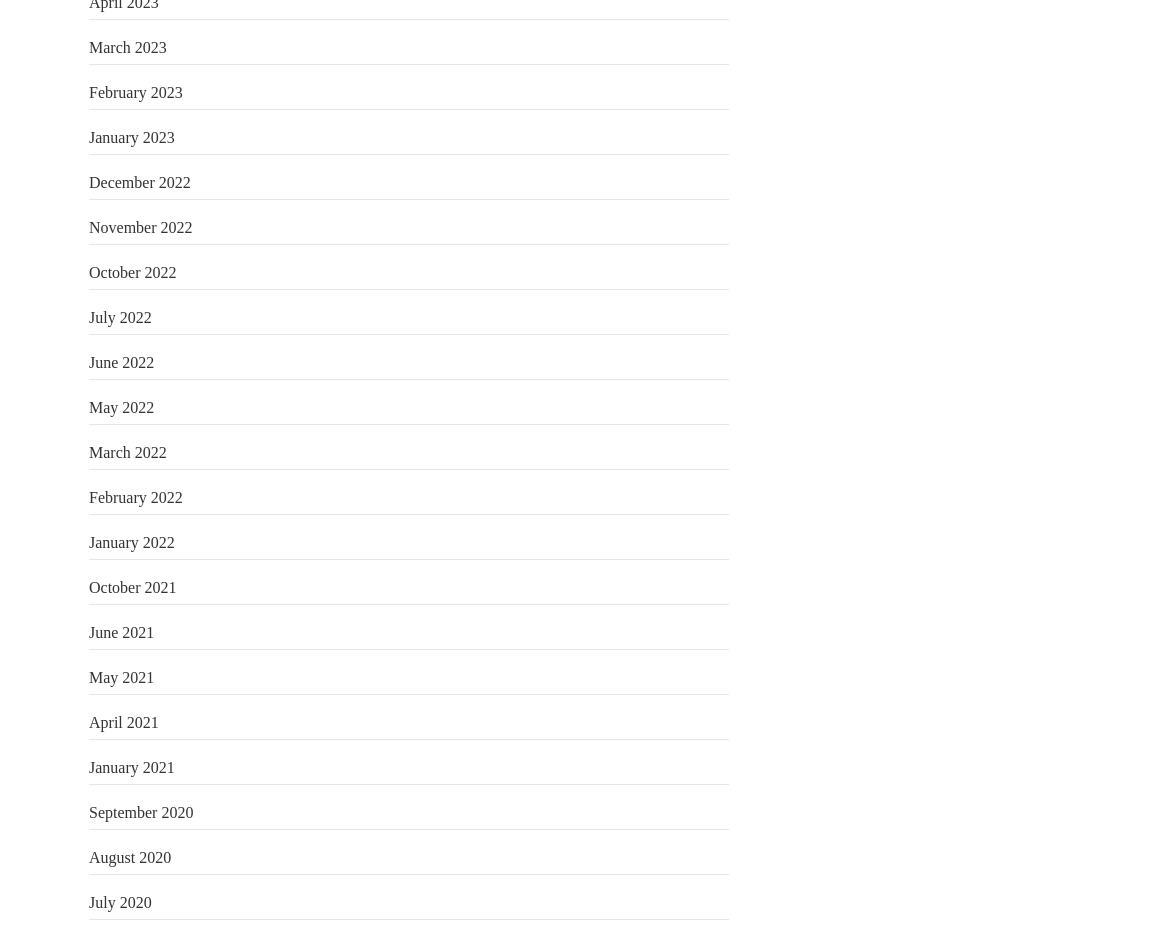 Image resolution: width=1158 pixels, height=933 pixels. What do you see at coordinates (120, 406) in the screenshot?
I see `'May 2022'` at bounding box center [120, 406].